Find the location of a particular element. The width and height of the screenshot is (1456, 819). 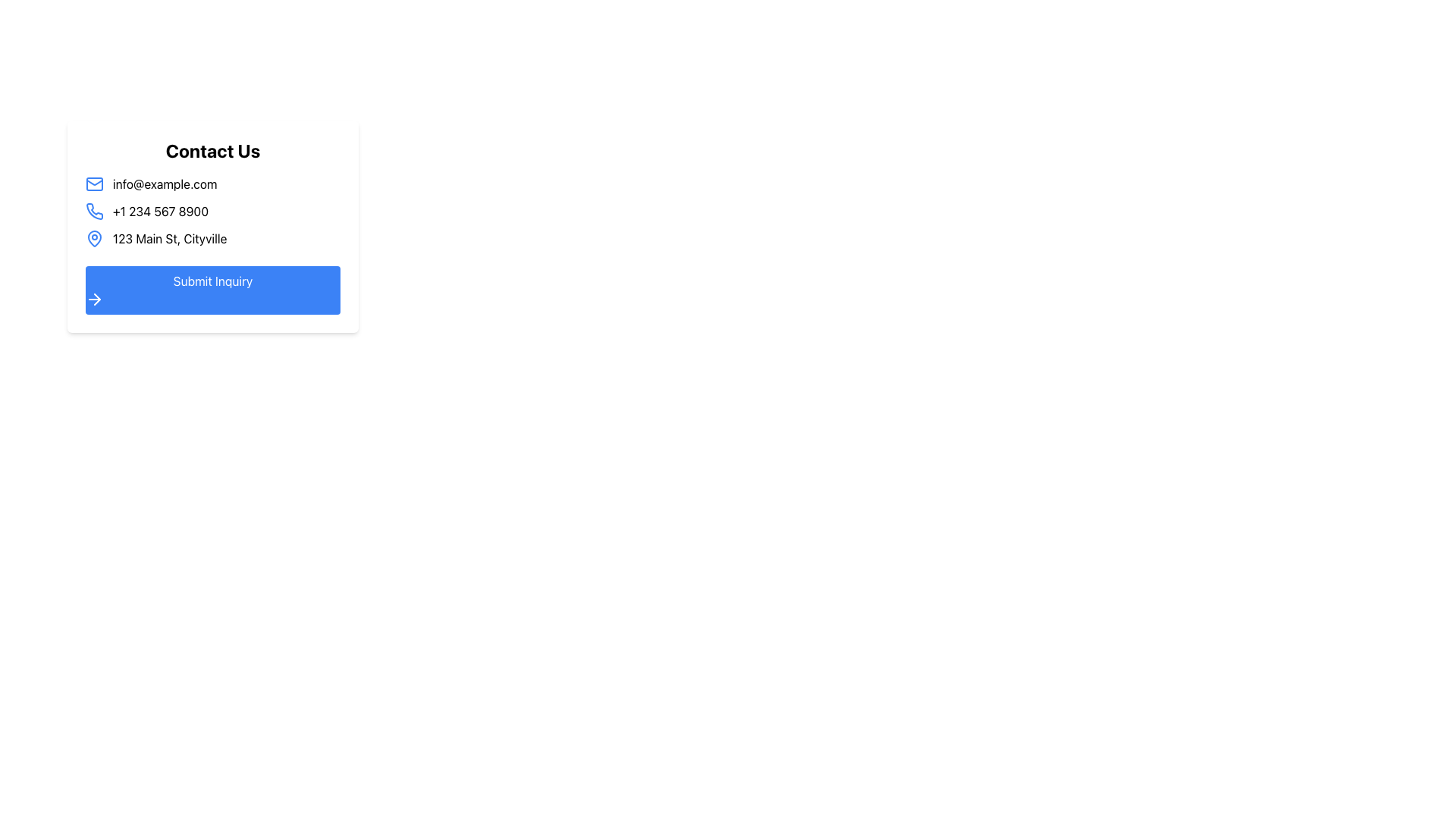

text content of the heading element located at the top of the card, which serves as a title indicating the purpose of the card is located at coordinates (212, 151).